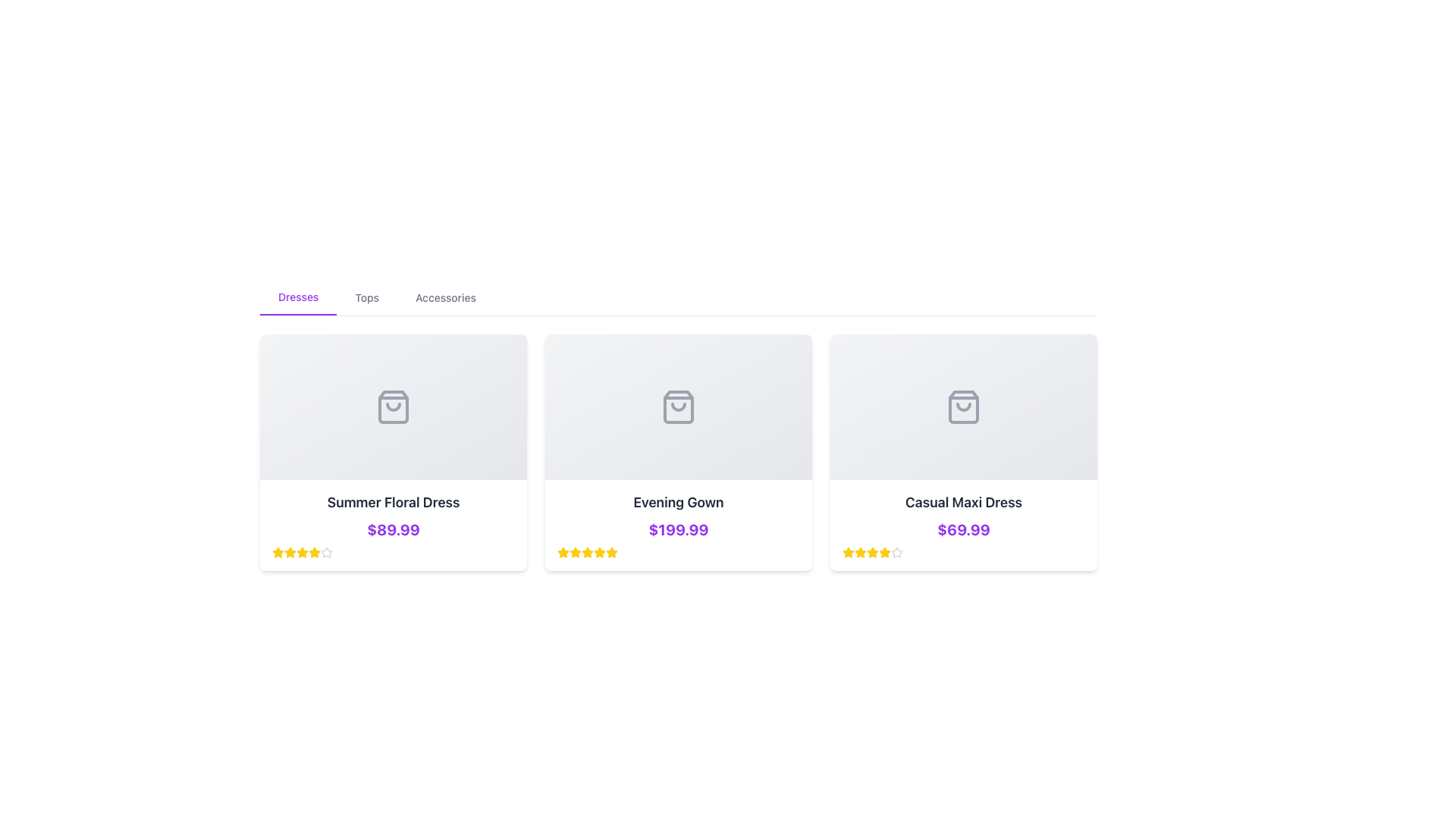 Image resolution: width=1456 pixels, height=819 pixels. I want to click on the 'Accessories' text label in the navigation bar to change its color from gray to purple, so click(444, 298).